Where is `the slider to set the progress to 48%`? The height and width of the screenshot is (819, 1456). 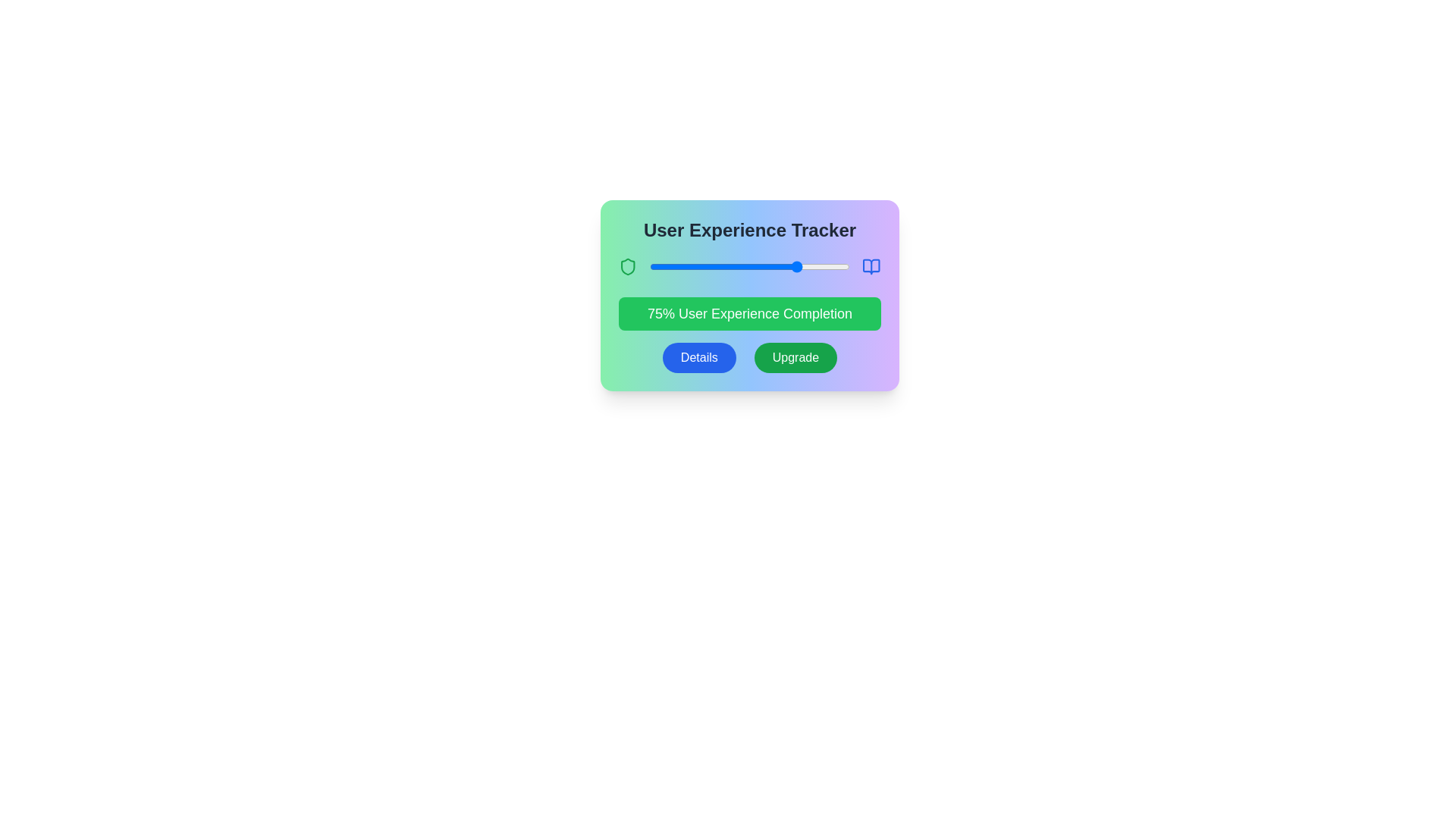
the slider to set the progress to 48% is located at coordinates (745, 265).